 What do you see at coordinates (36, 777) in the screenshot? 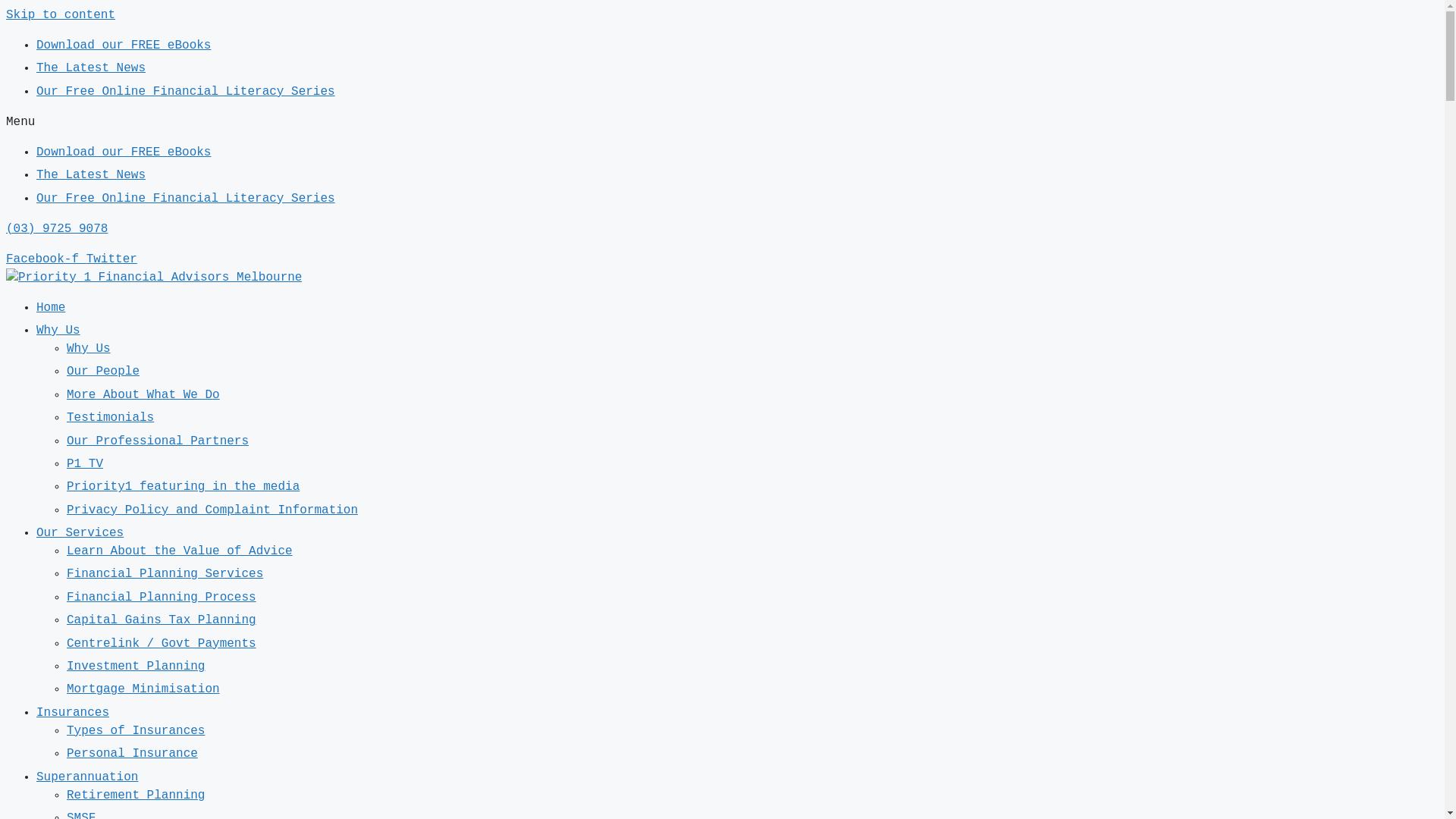
I see `'Superannuation'` at bounding box center [36, 777].